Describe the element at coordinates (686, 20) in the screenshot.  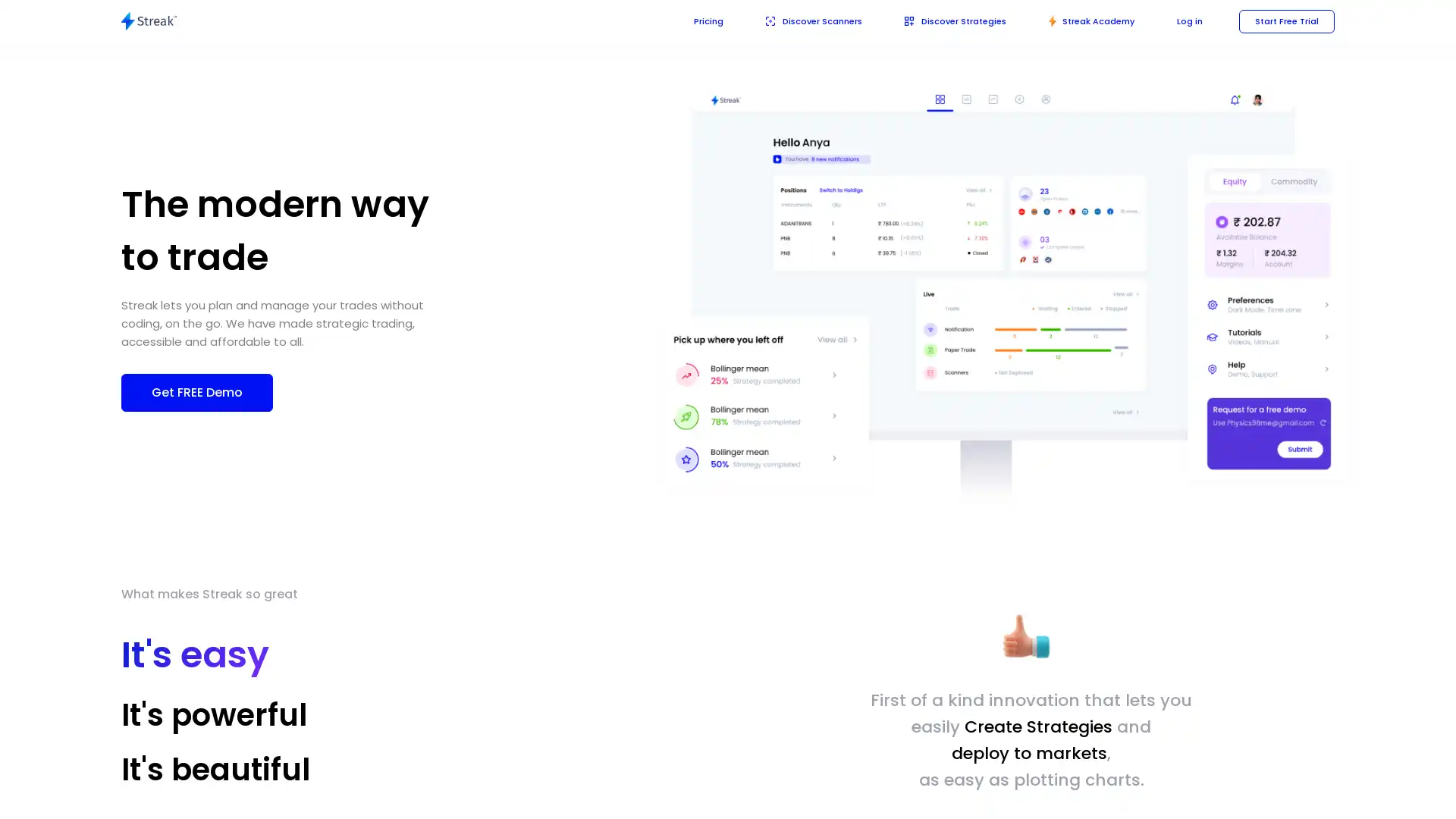
I see `Pricing` at that location.